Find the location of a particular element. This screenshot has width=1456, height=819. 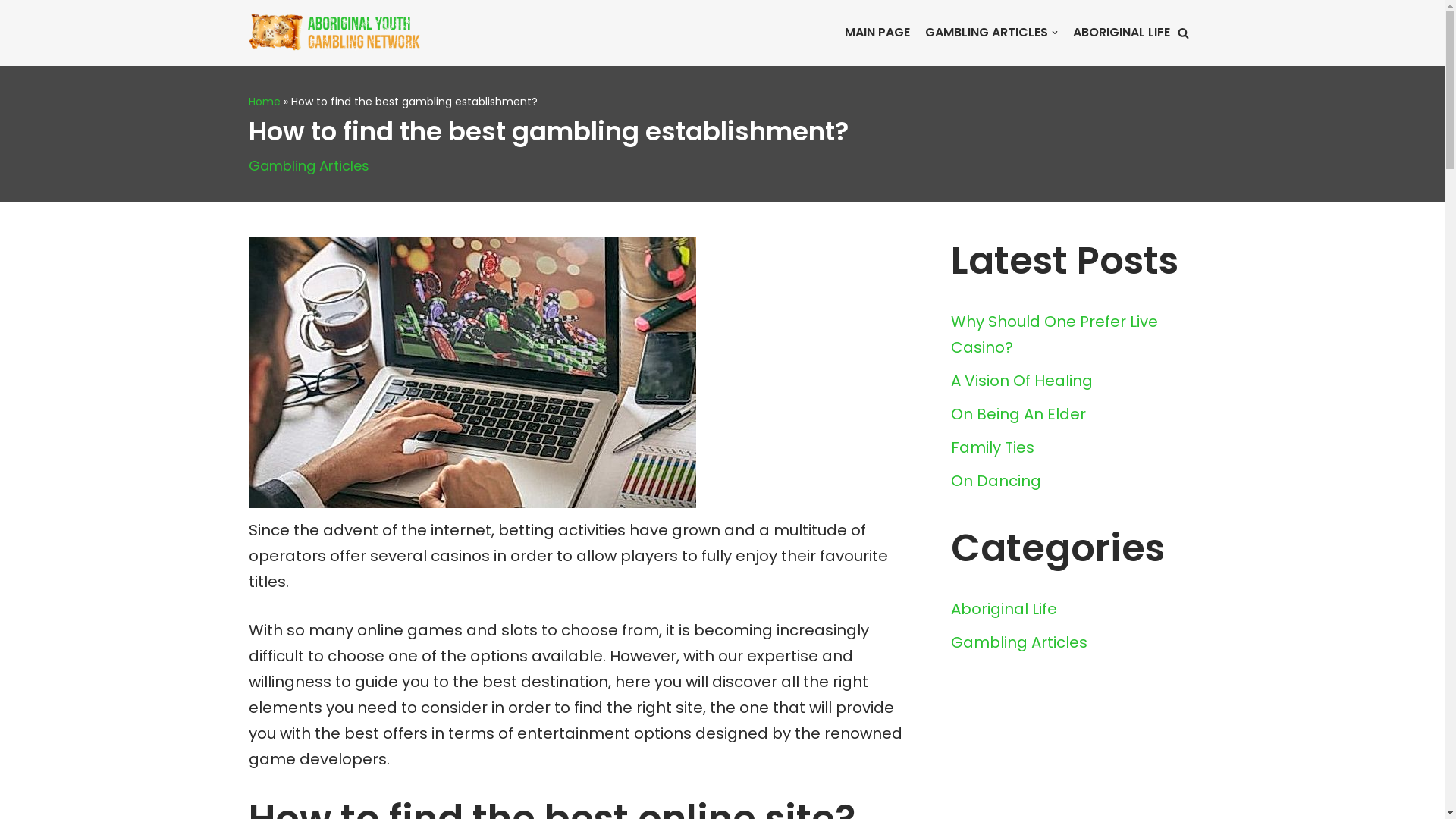

'On Dancing' is located at coordinates (996, 480).